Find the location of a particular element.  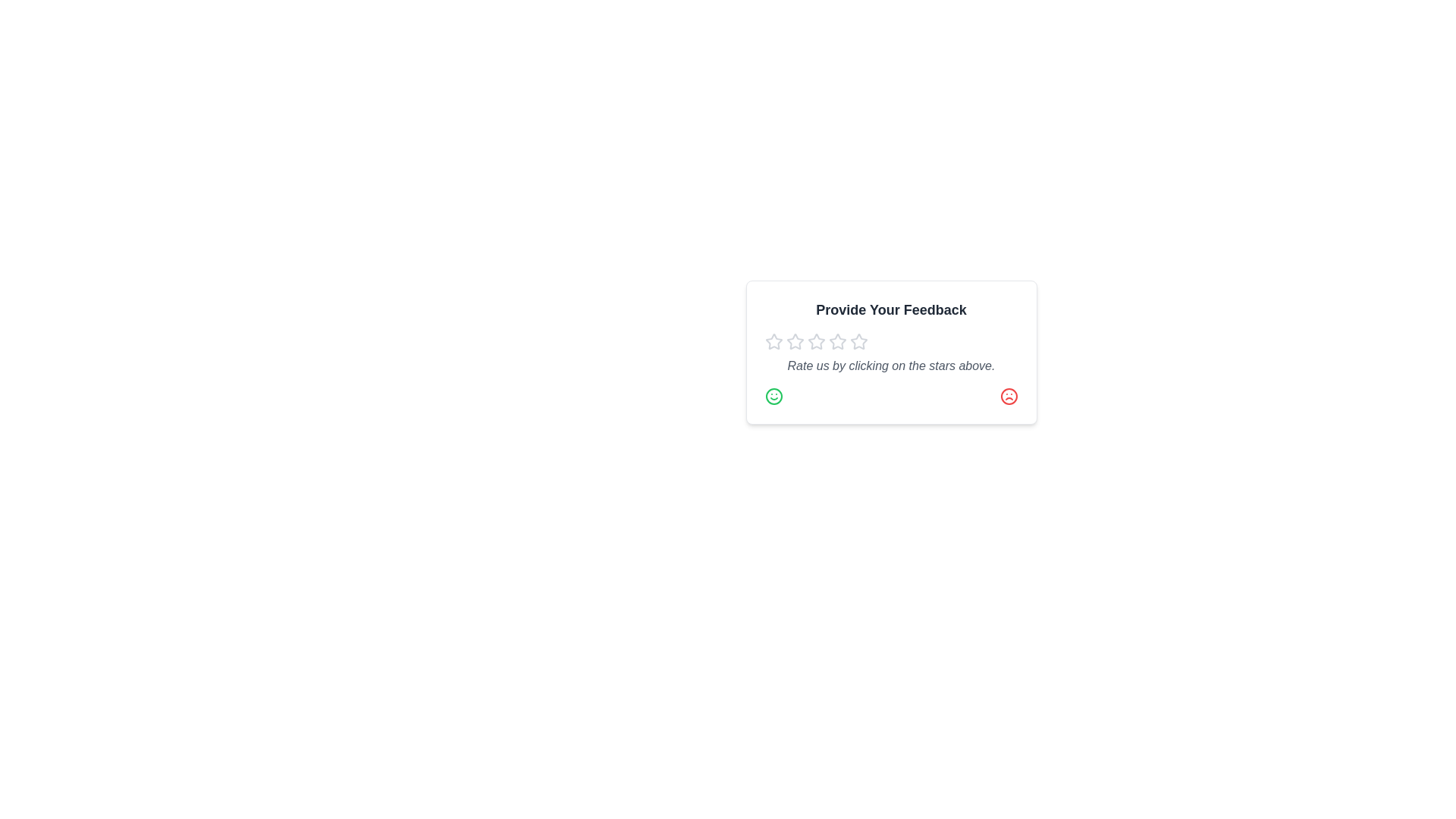

the first star icon in the horizontal group of five rating stars located beneath the 'Provide Your Feedback' heading is located at coordinates (794, 341).